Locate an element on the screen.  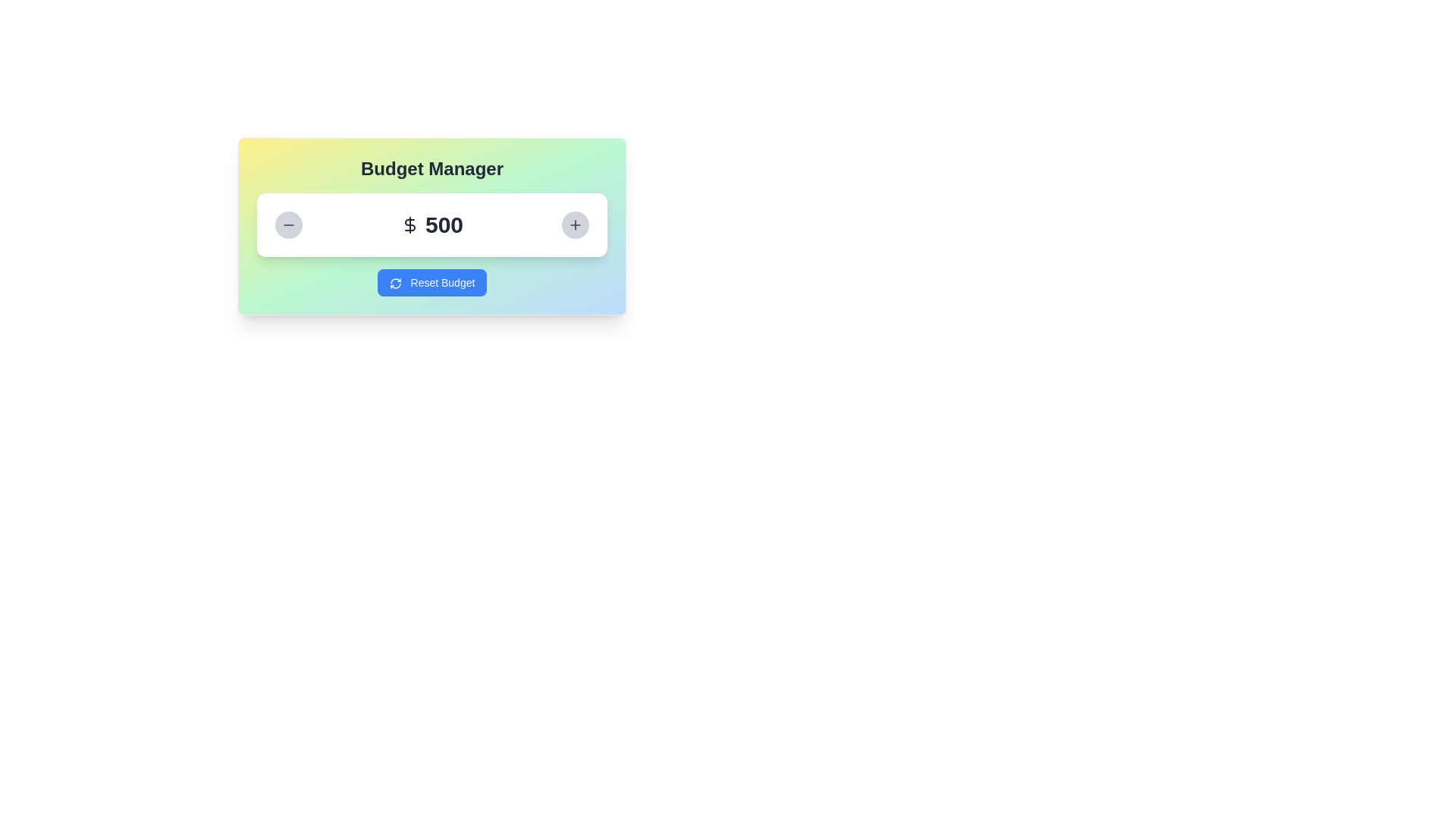
the horizontal minus sign icon within the rounded button is located at coordinates (288, 225).